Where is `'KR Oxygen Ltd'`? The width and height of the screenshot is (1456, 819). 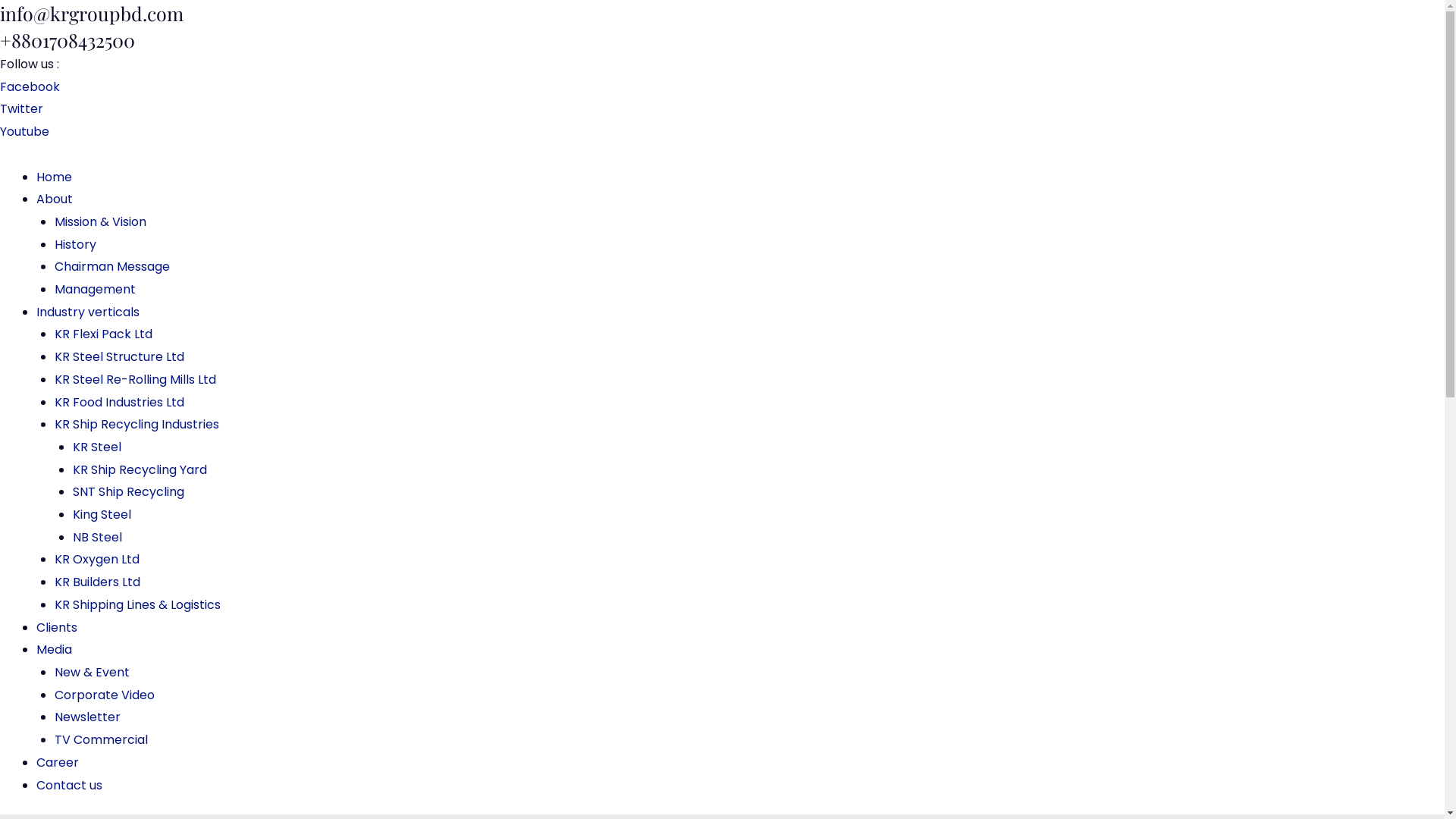
'KR Oxygen Ltd' is located at coordinates (96, 559).